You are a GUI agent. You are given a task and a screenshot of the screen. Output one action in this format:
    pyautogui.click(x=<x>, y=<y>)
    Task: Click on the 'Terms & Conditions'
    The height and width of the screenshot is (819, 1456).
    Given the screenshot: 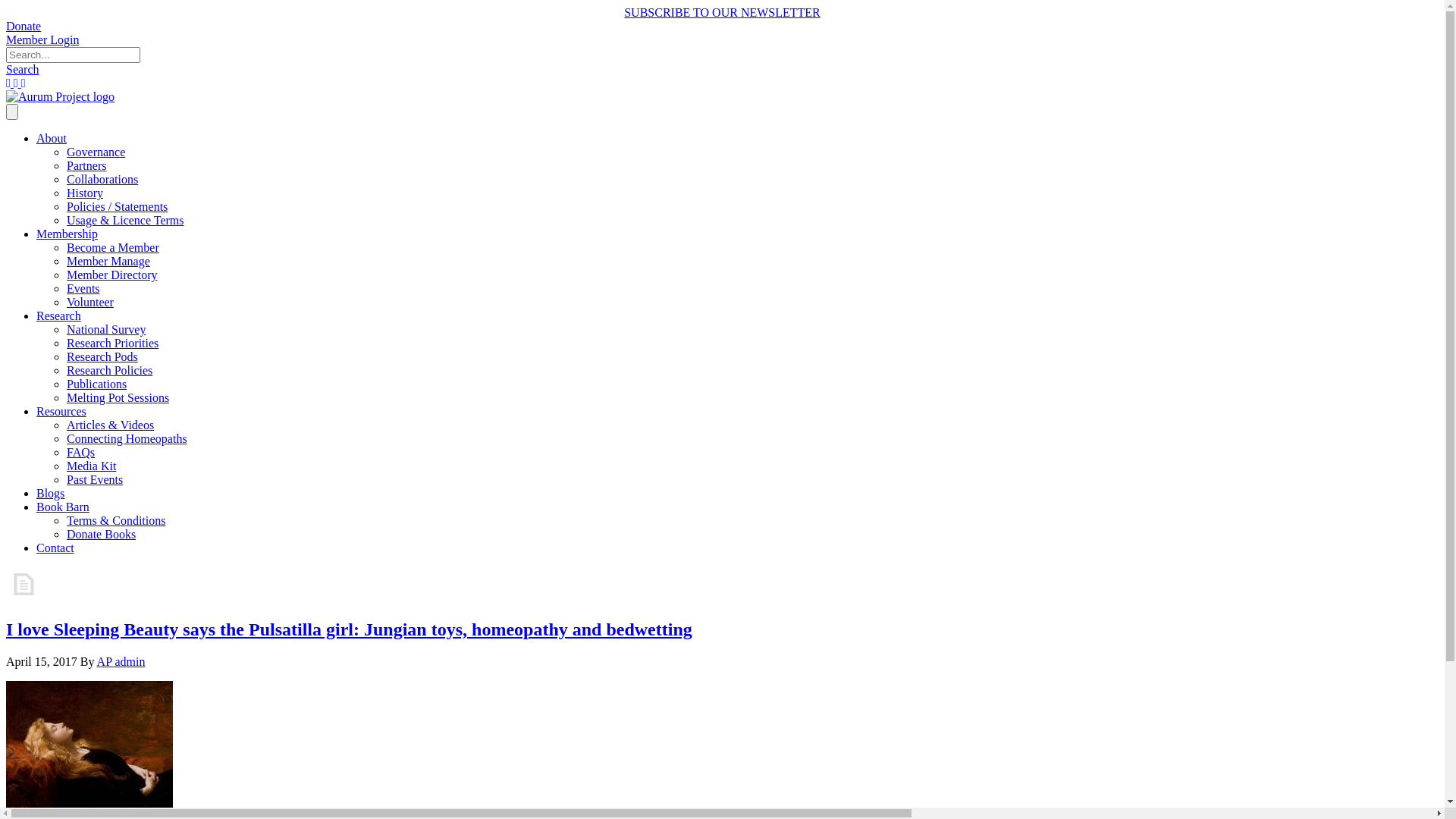 What is the action you would take?
    pyautogui.click(x=115, y=519)
    